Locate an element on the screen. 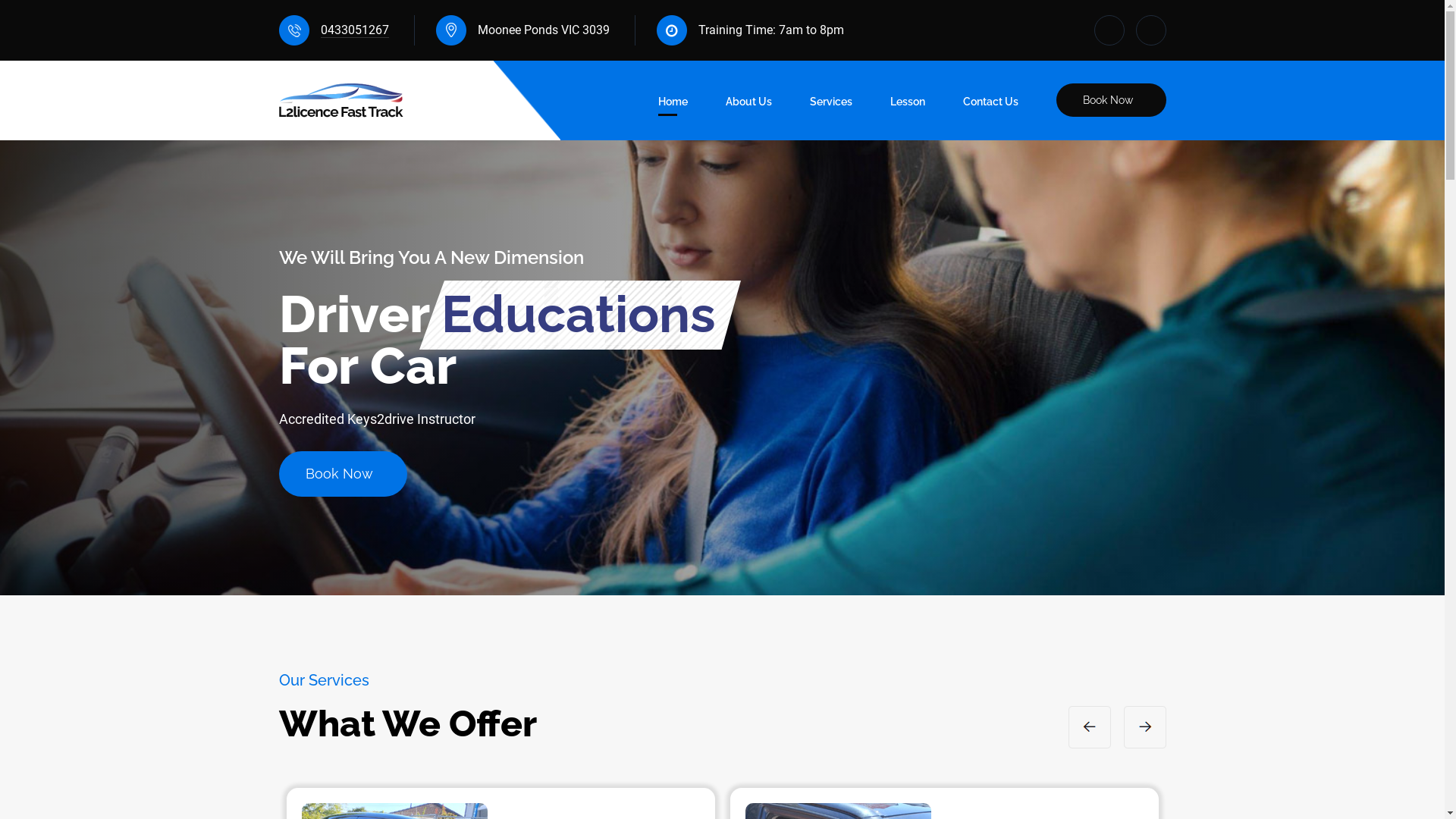  'PREVIOUS' is located at coordinates (1088, 726).